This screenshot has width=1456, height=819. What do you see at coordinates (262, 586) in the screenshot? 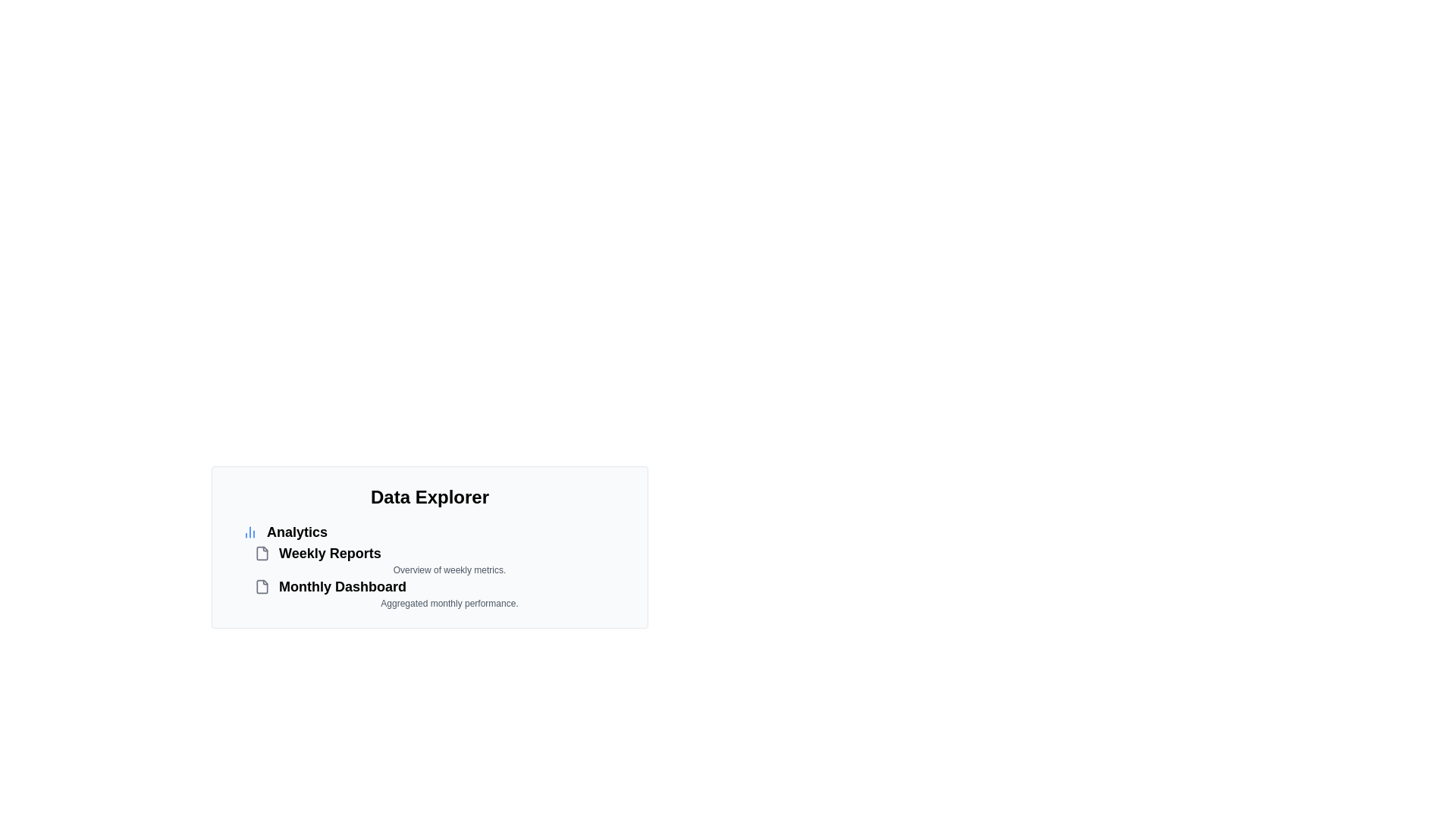
I see `the left-hand side part of the document icon representing 'Monthly Dashboard', positioned below the 'Weekly Reports' row` at bounding box center [262, 586].